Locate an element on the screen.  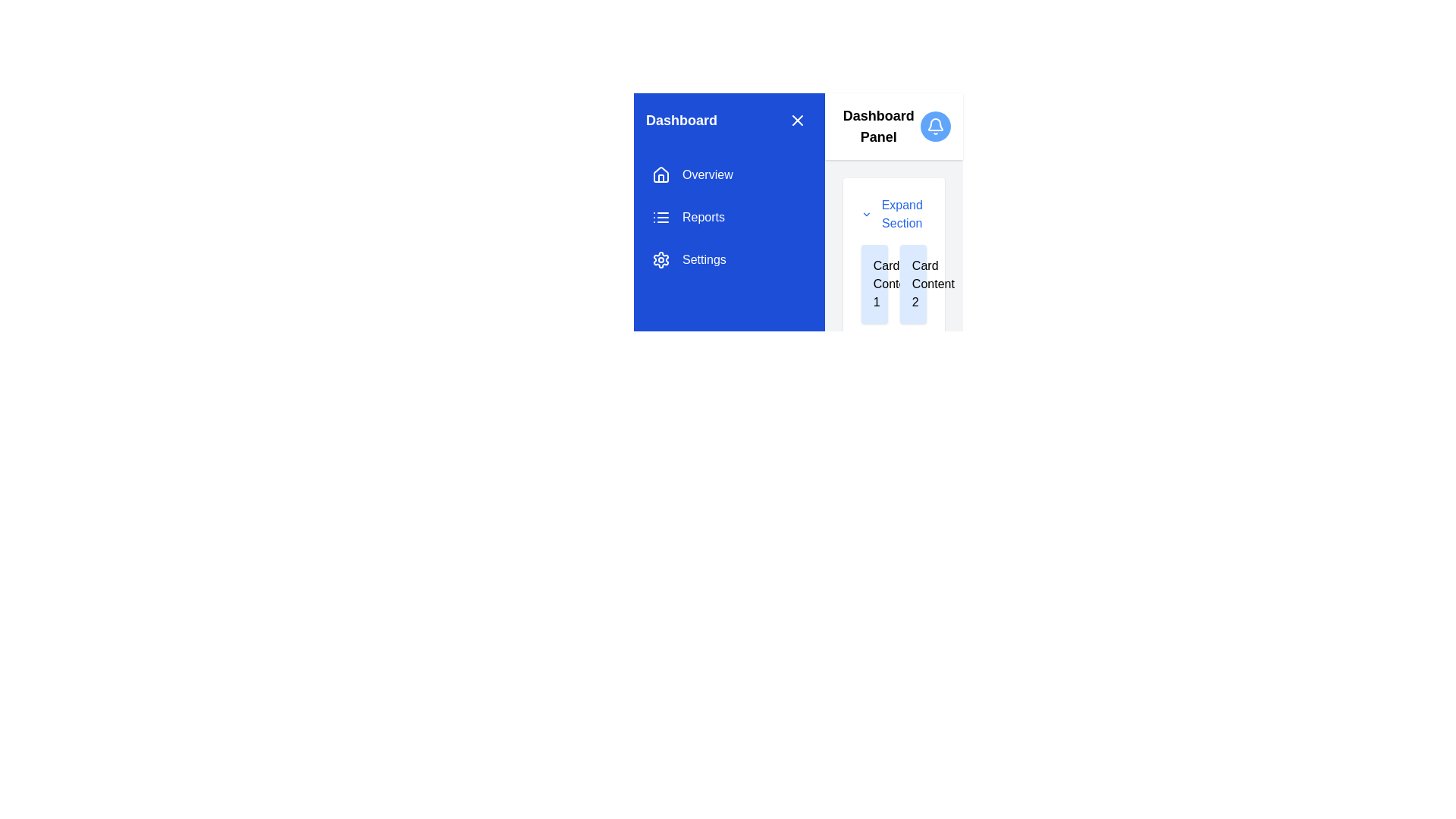
on the notification bell icon located at the top-right corner of the interface, adjacent is located at coordinates (934, 125).